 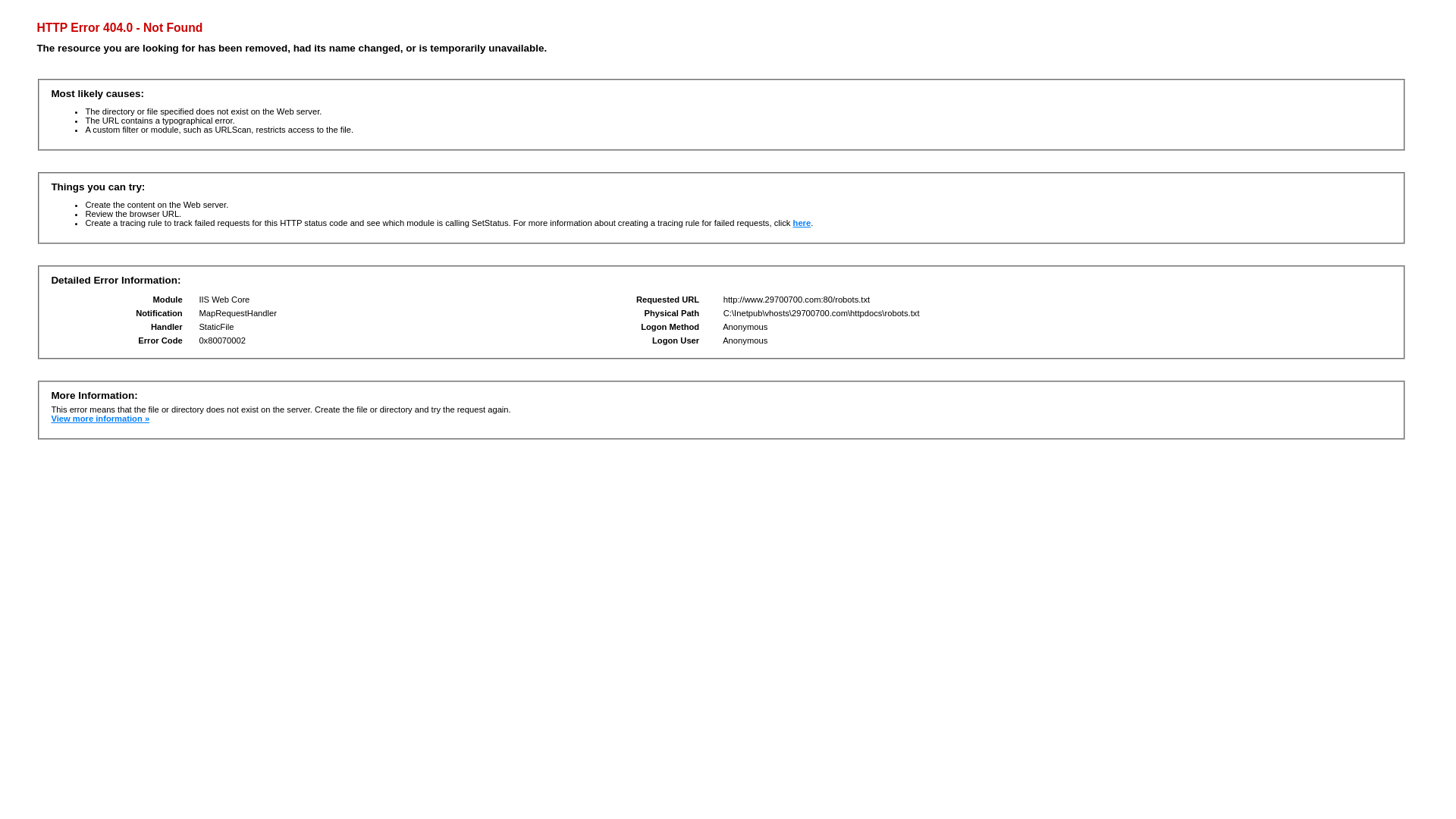 What do you see at coordinates (801, 222) in the screenshot?
I see `'here'` at bounding box center [801, 222].